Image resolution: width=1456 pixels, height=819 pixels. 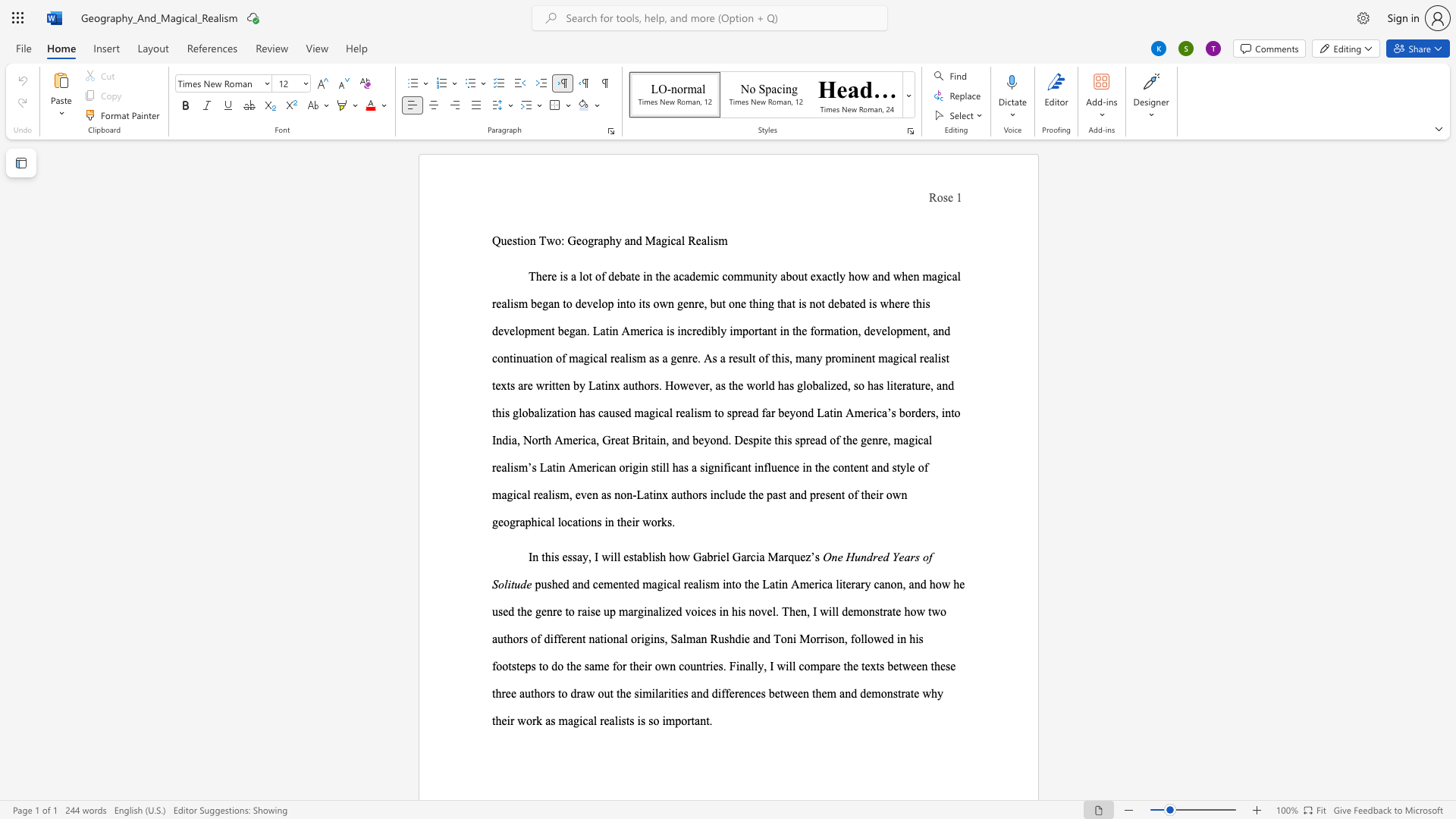 What do you see at coordinates (530, 557) in the screenshot?
I see `the 1th character "I" in the text` at bounding box center [530, 557].